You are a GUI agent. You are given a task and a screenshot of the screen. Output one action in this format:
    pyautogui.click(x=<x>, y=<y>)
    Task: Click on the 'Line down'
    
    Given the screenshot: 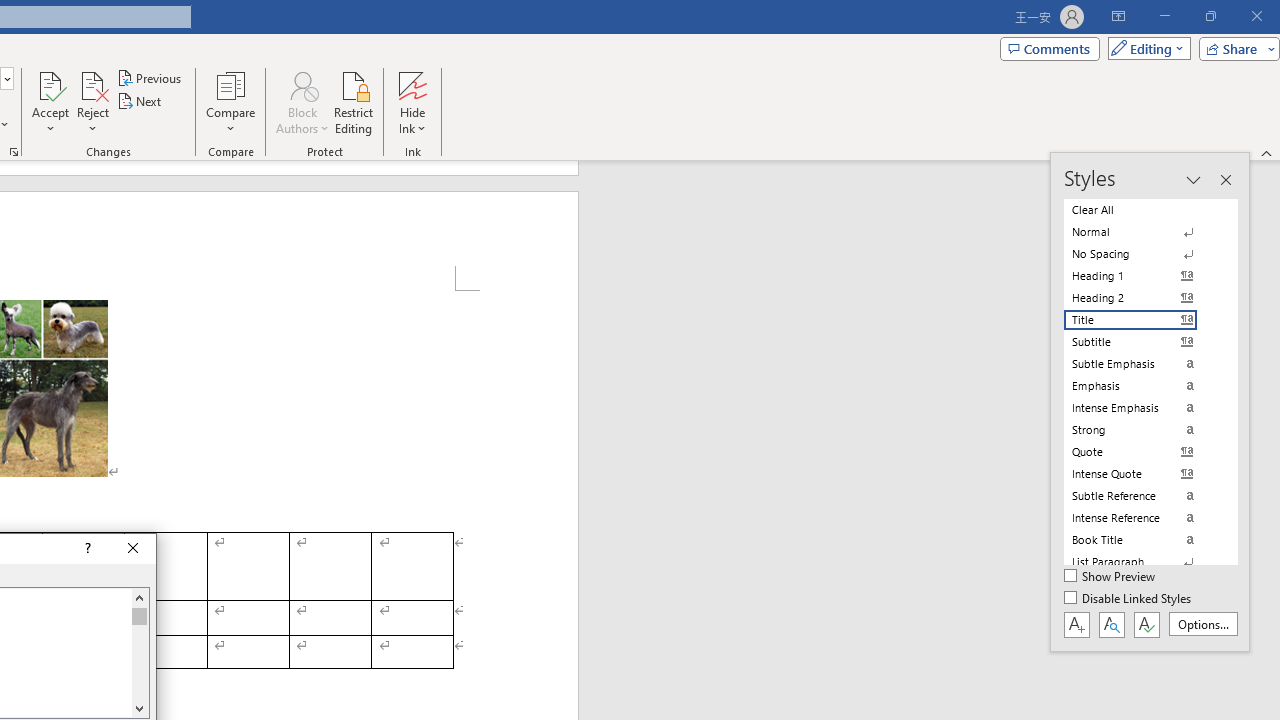 What is the action you would take?
    pyautogui.click(x=138, y=707)
    